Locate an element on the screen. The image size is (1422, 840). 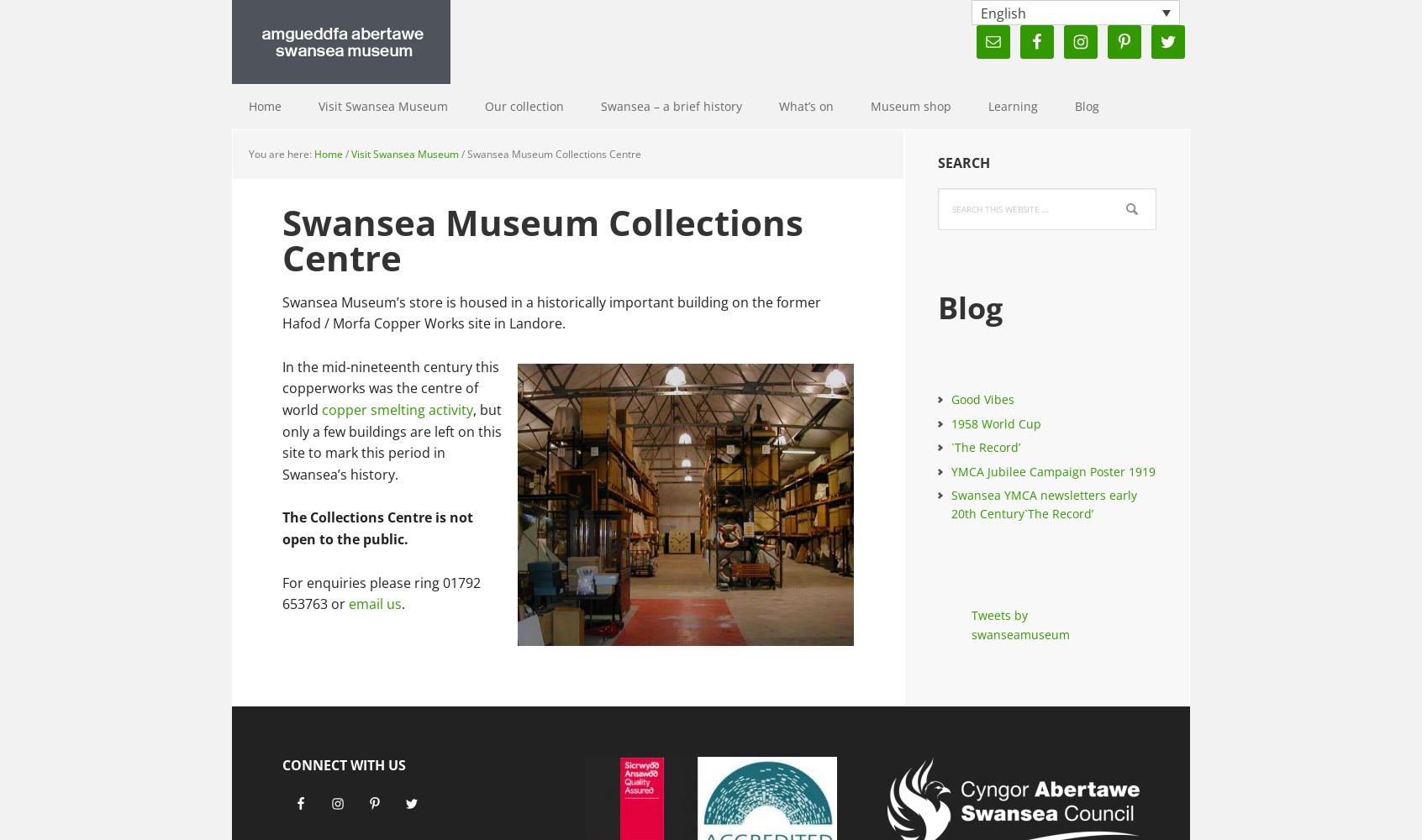
'Swansea – a brief history' is located at coordinates (600, 106).